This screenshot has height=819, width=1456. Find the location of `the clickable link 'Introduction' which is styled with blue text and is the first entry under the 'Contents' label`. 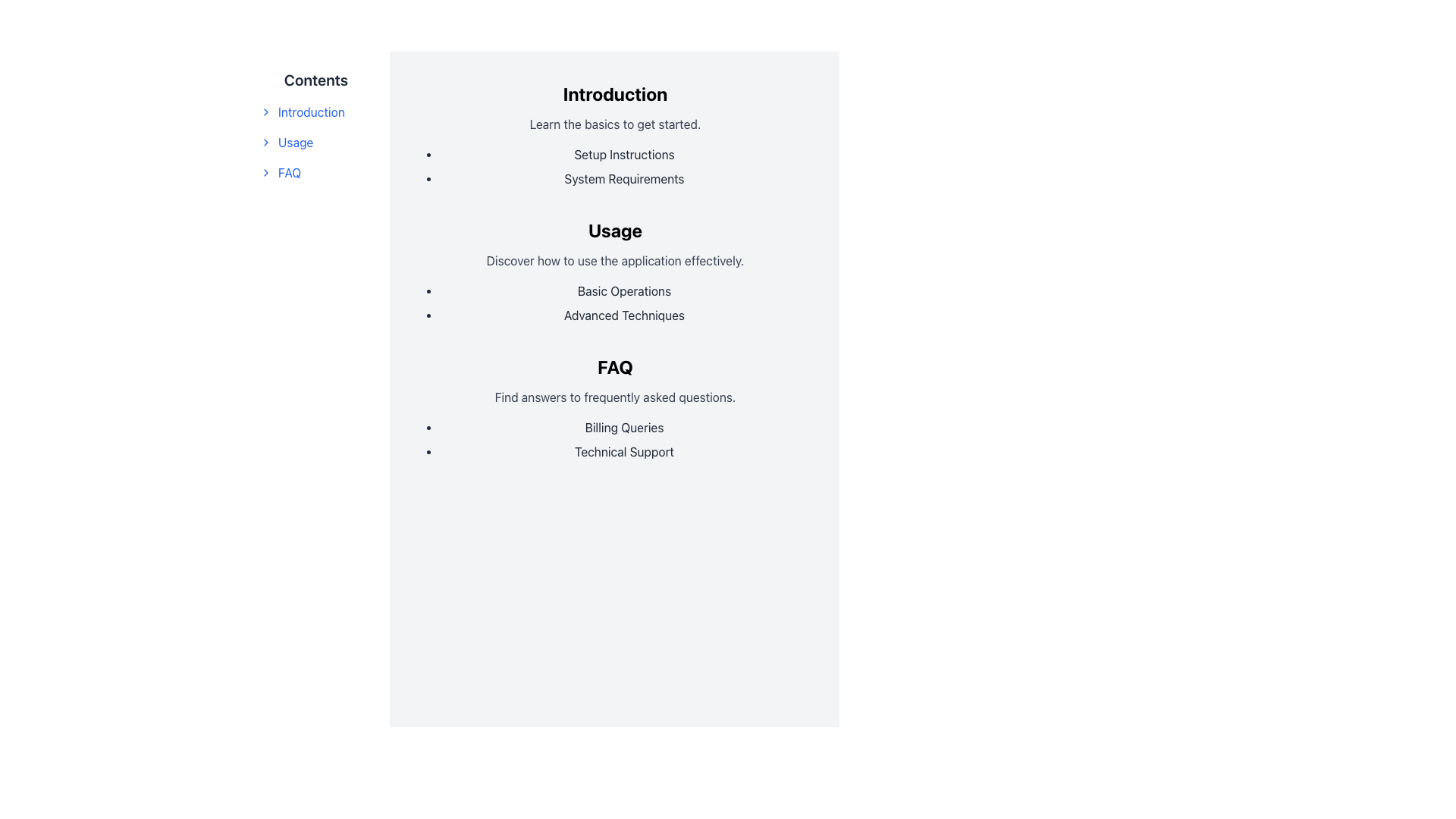

the clickable link 'Introduction' which is styled with blue text and is the first entry under the 'Contents' label is located at coordinates (315, 111).